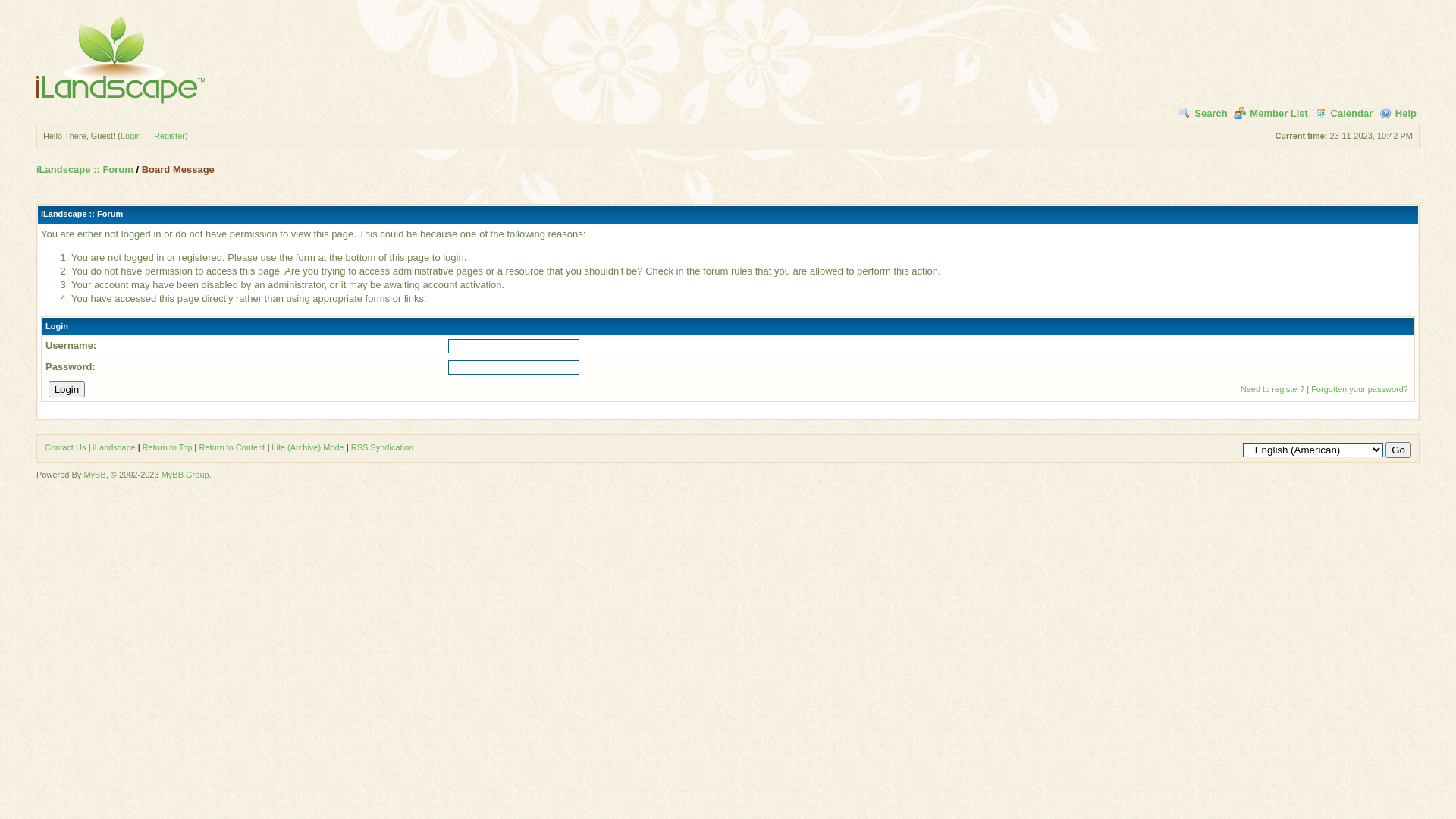  Describe the element at coordinates (66, 388) in the screenshot. I see `'Login'` at that location.